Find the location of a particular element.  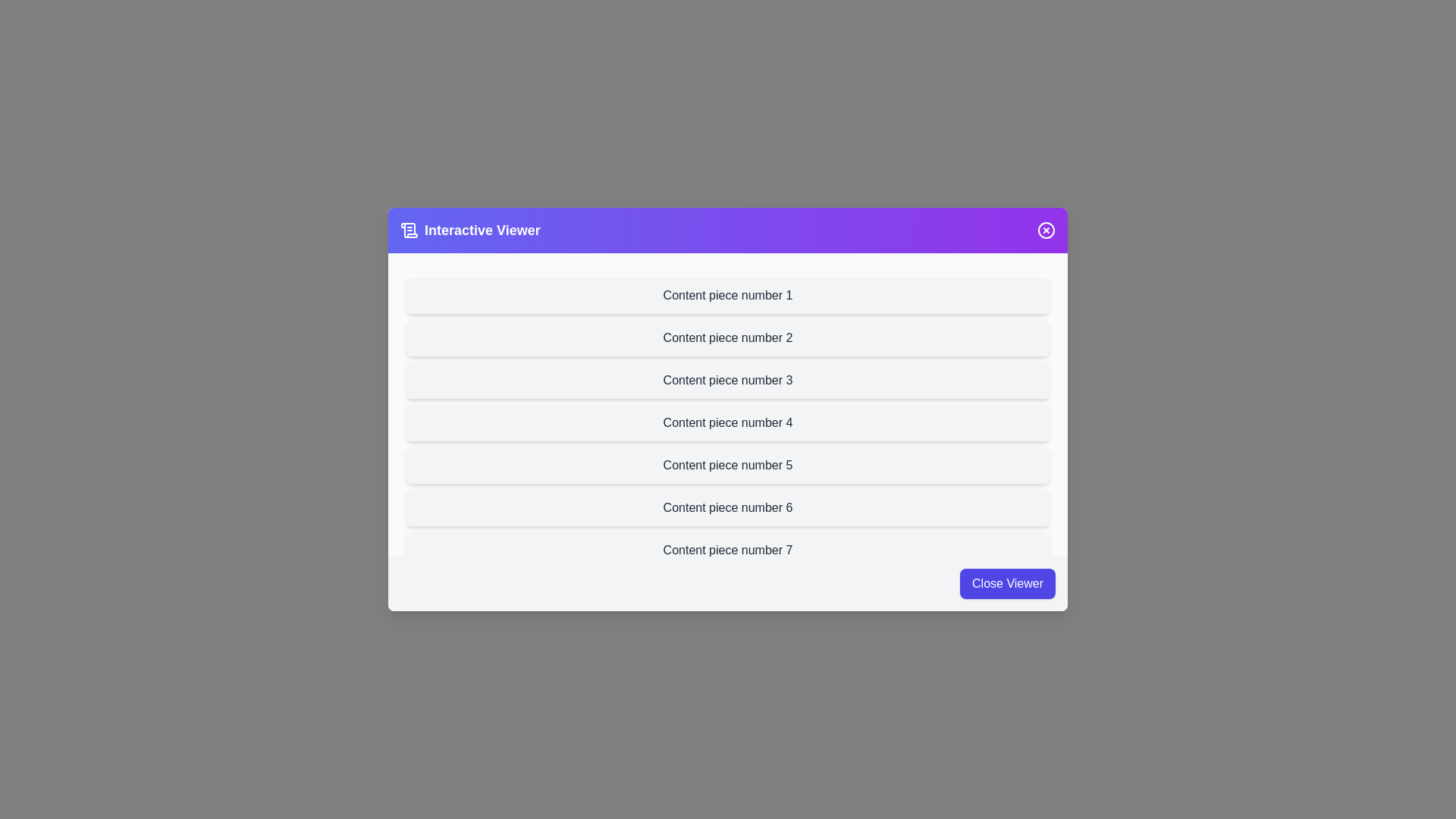

the content item labeled 'Content piece number 1' to observe its hover effect is located at coordinates (728, 295).